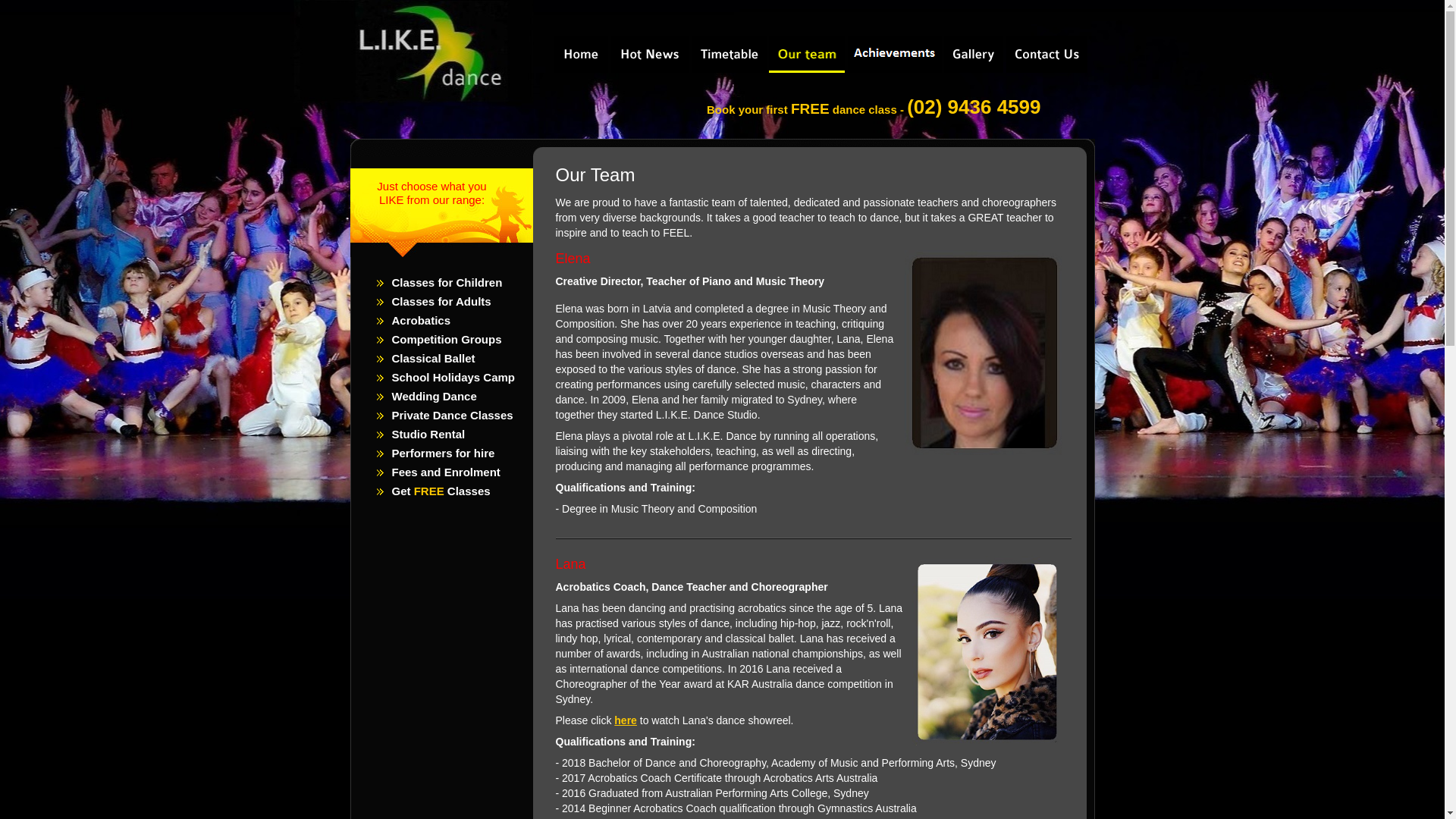 Image resolution: width=1456 pixels, height=819 pixels. I want to click on 'here', so click(626, 719).